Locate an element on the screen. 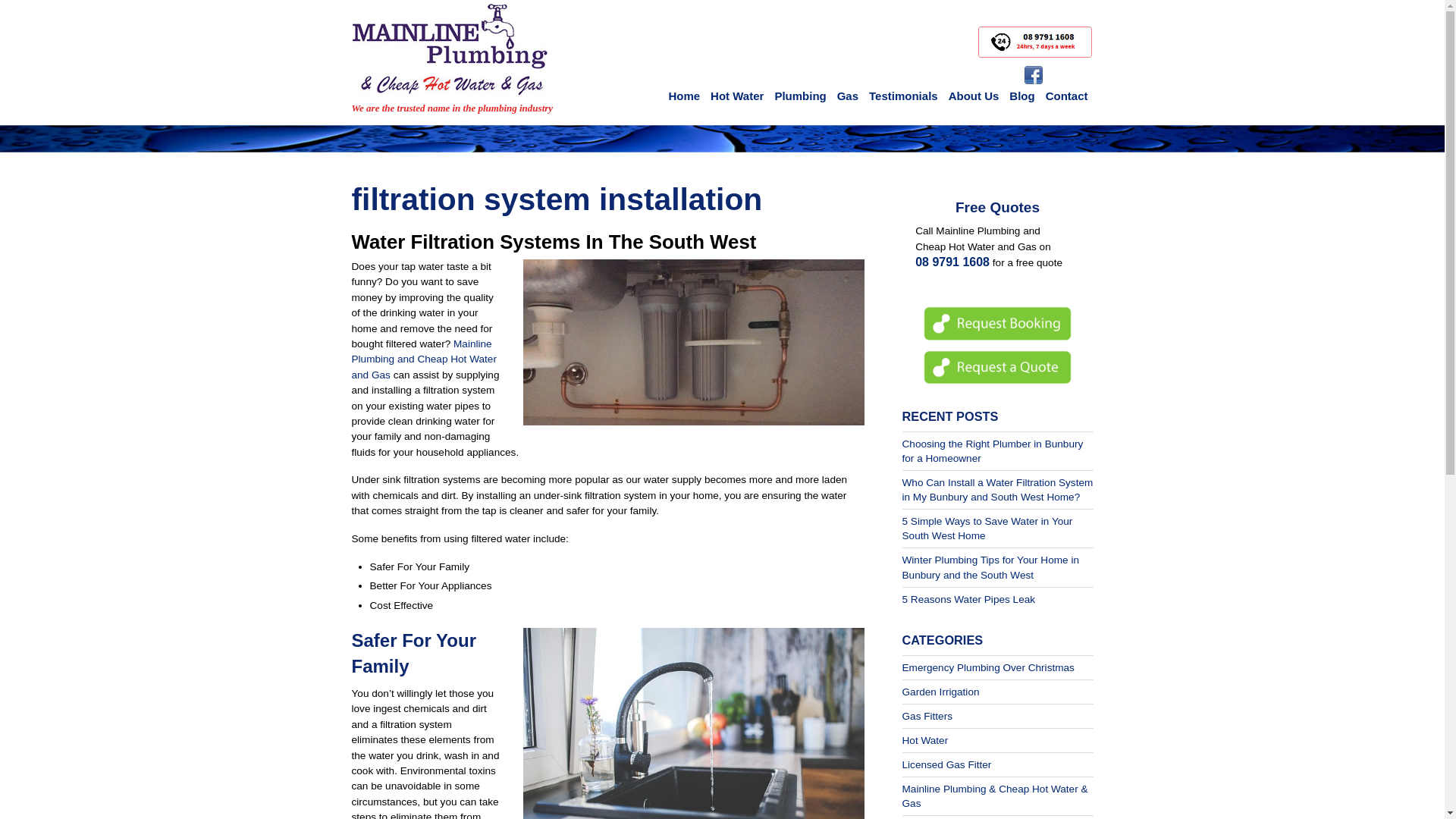 Image resolution: width=1456 pixels, height=819 pixels. 'Emergency Plumbing Over Christmas' is located at coordinates (988, 667).